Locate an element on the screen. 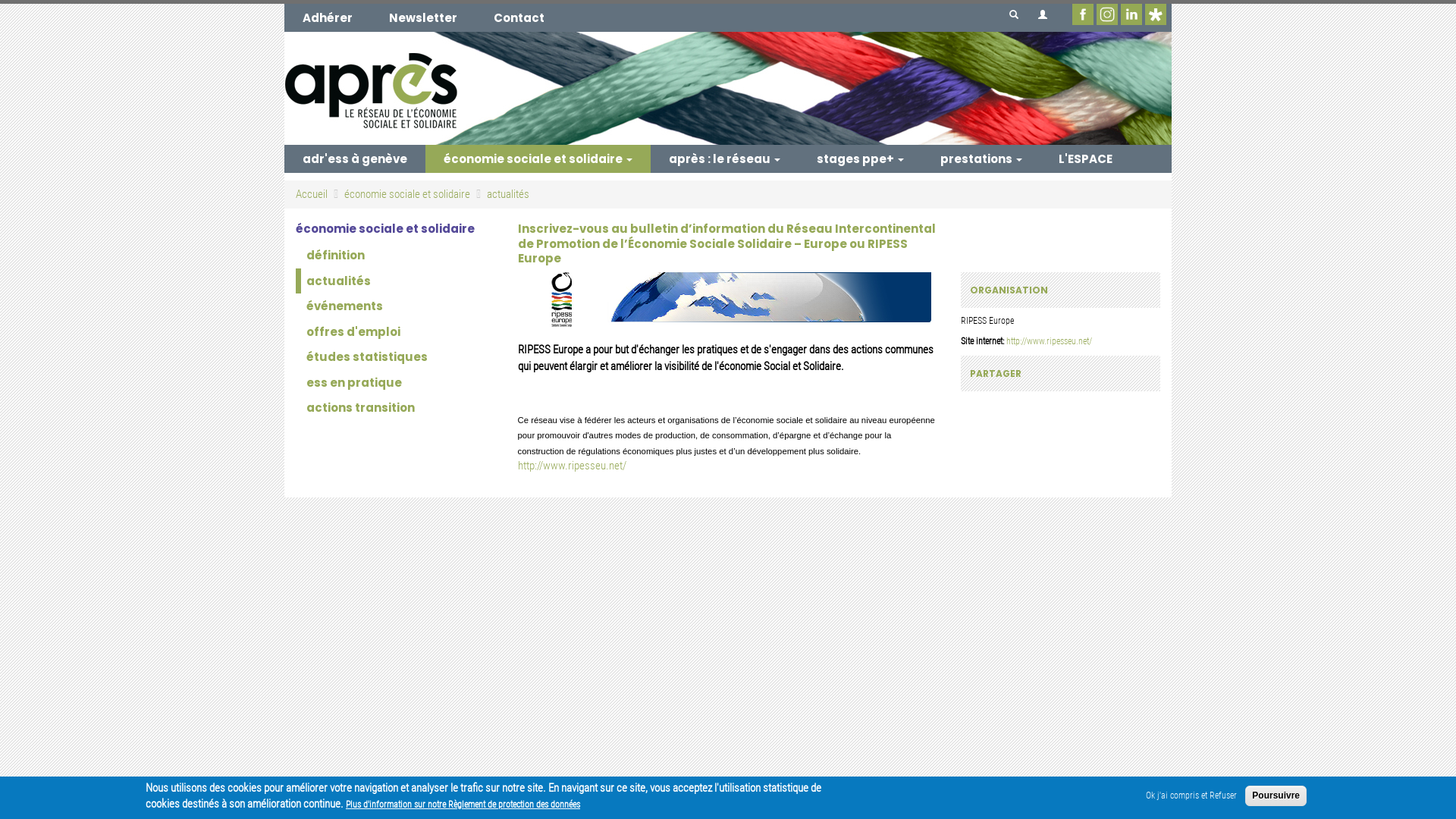 The height and width of the screenshot is (819, 1456). 'Newsletter' is located at coordinates (422, 17).